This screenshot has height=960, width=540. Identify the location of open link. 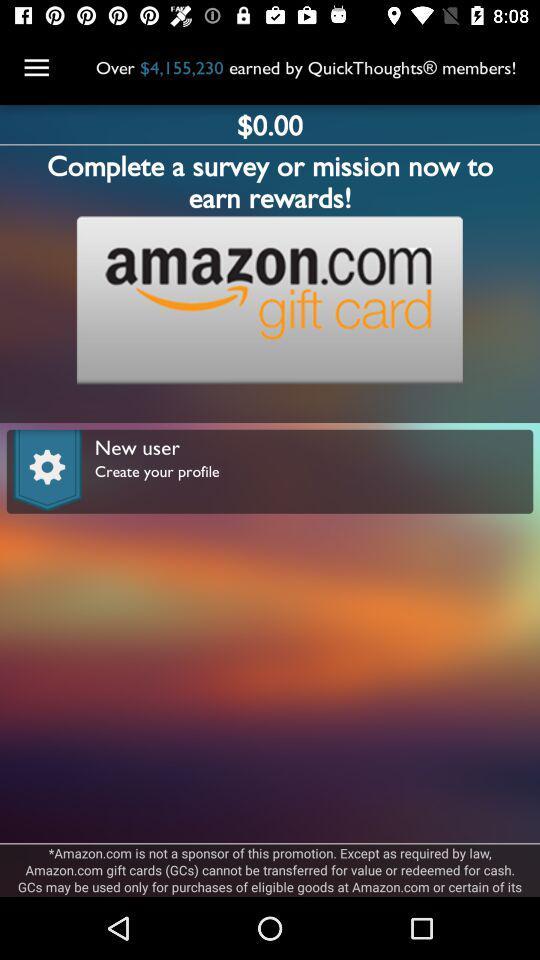
(269, 299).